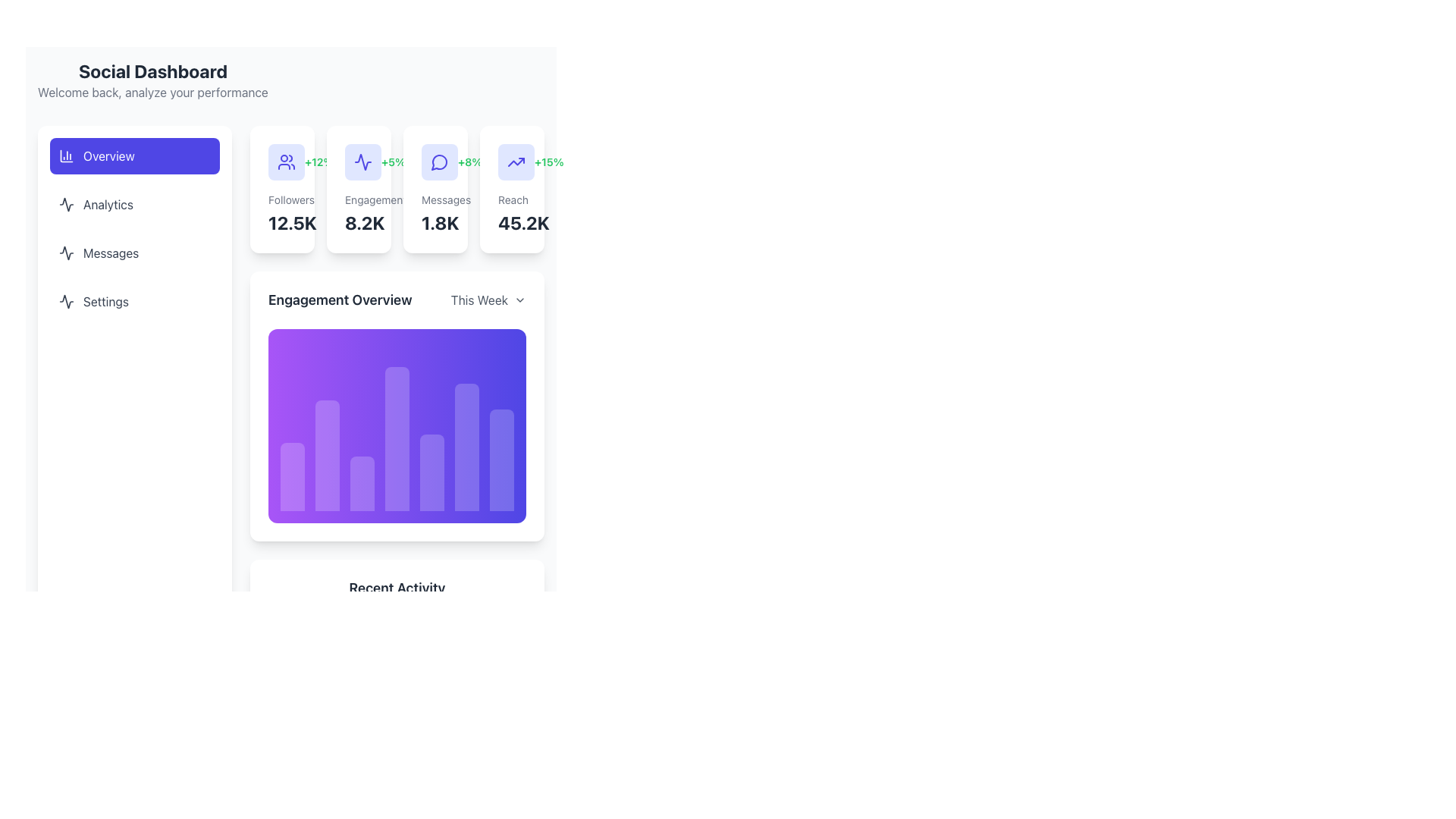 The width and height of the screenshot is (1456, 819). Describe the element at coordinates (466, 447) in the screenshot. I see `the sixth vertical bar in the bar chart, which has rounded top corners and a gradient background transitioning from purple to indigo` at that location.